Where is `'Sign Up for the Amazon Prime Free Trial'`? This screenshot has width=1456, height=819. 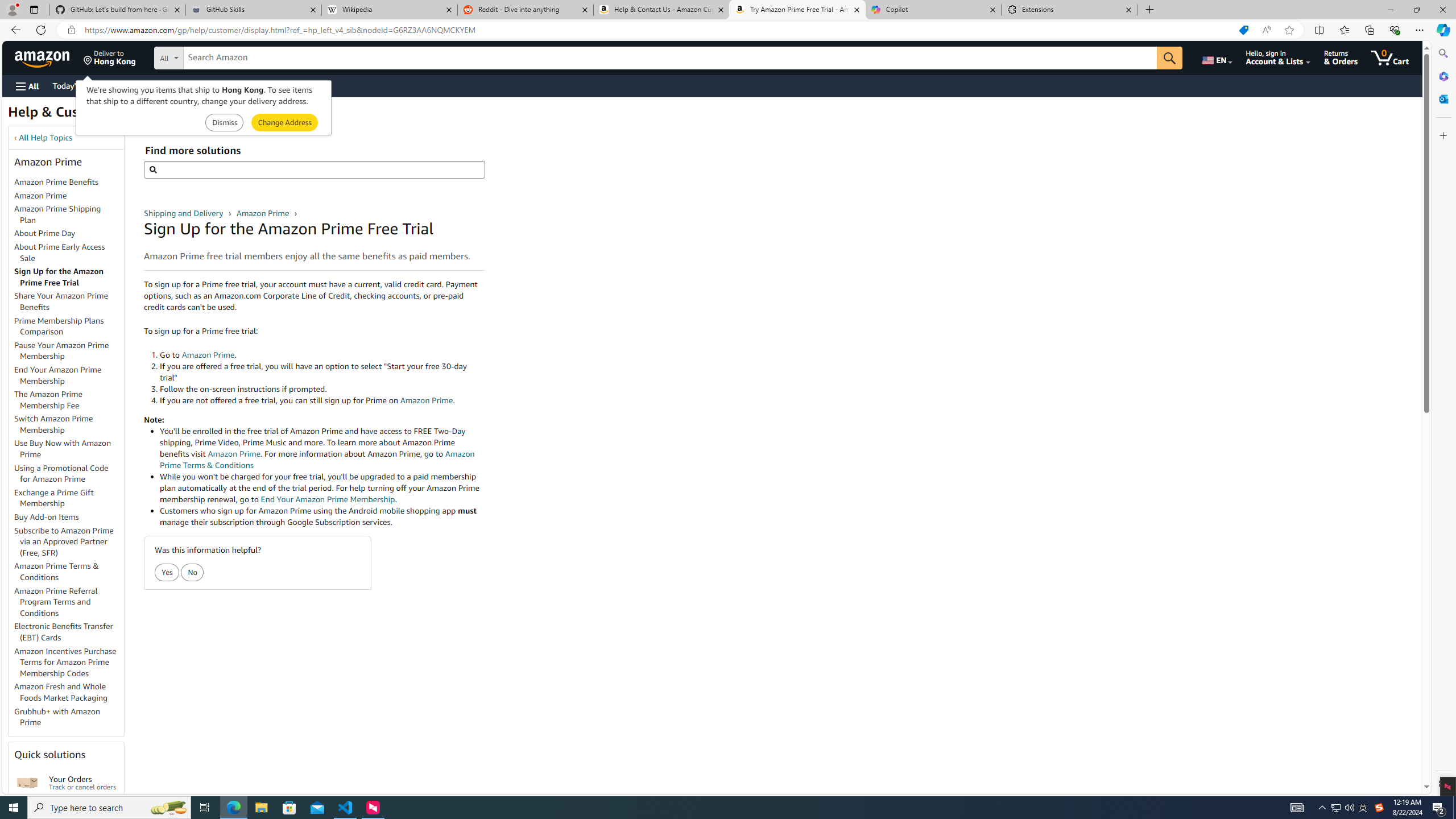
'Sign Up for the Amazon Prime Free Trial' is located at coordinates (69, 277).